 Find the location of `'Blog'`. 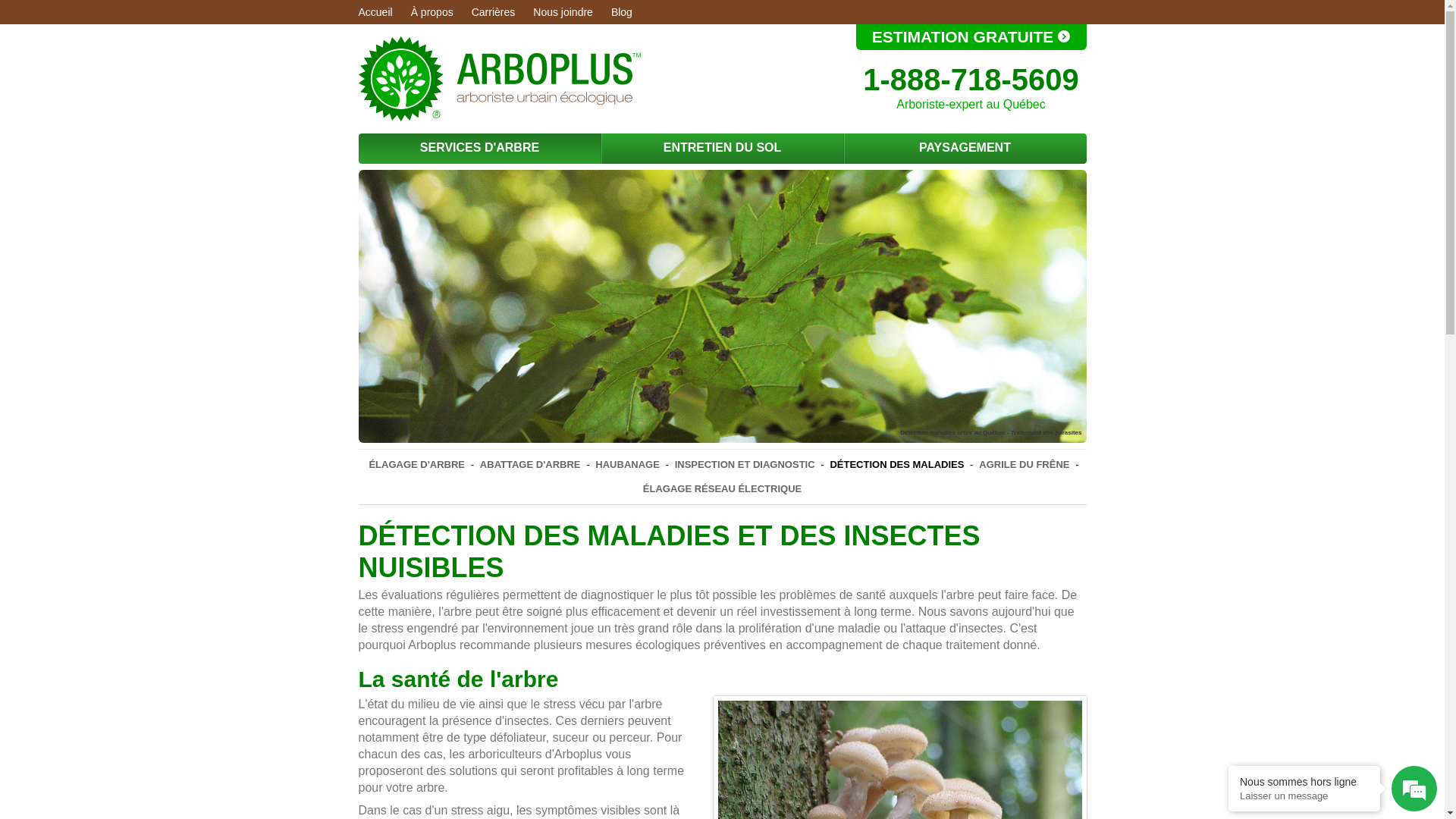

'Blog' is located at coordinates (622, 11).